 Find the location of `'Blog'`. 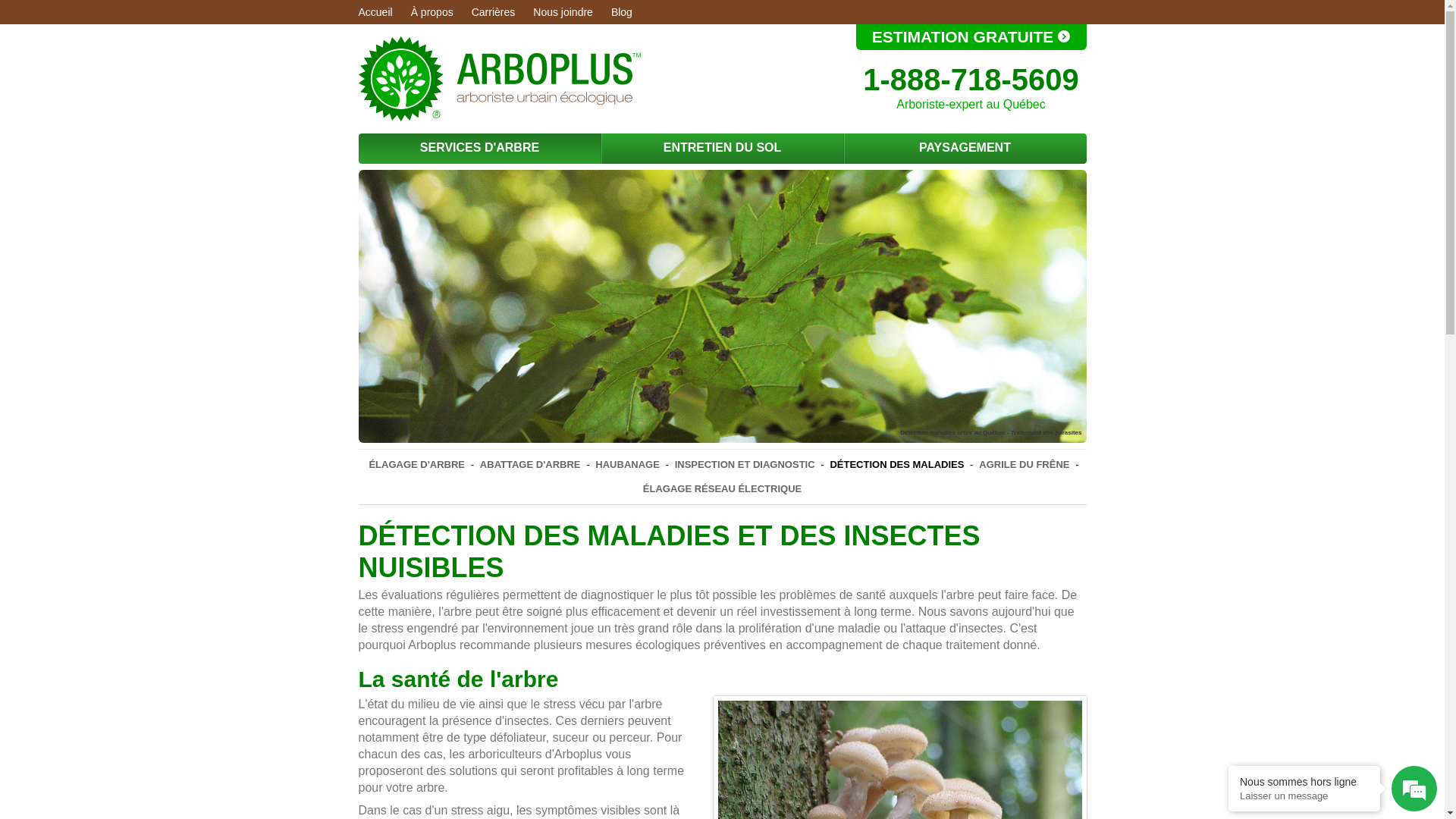

'Blog' is located at coordinates (622, 11).